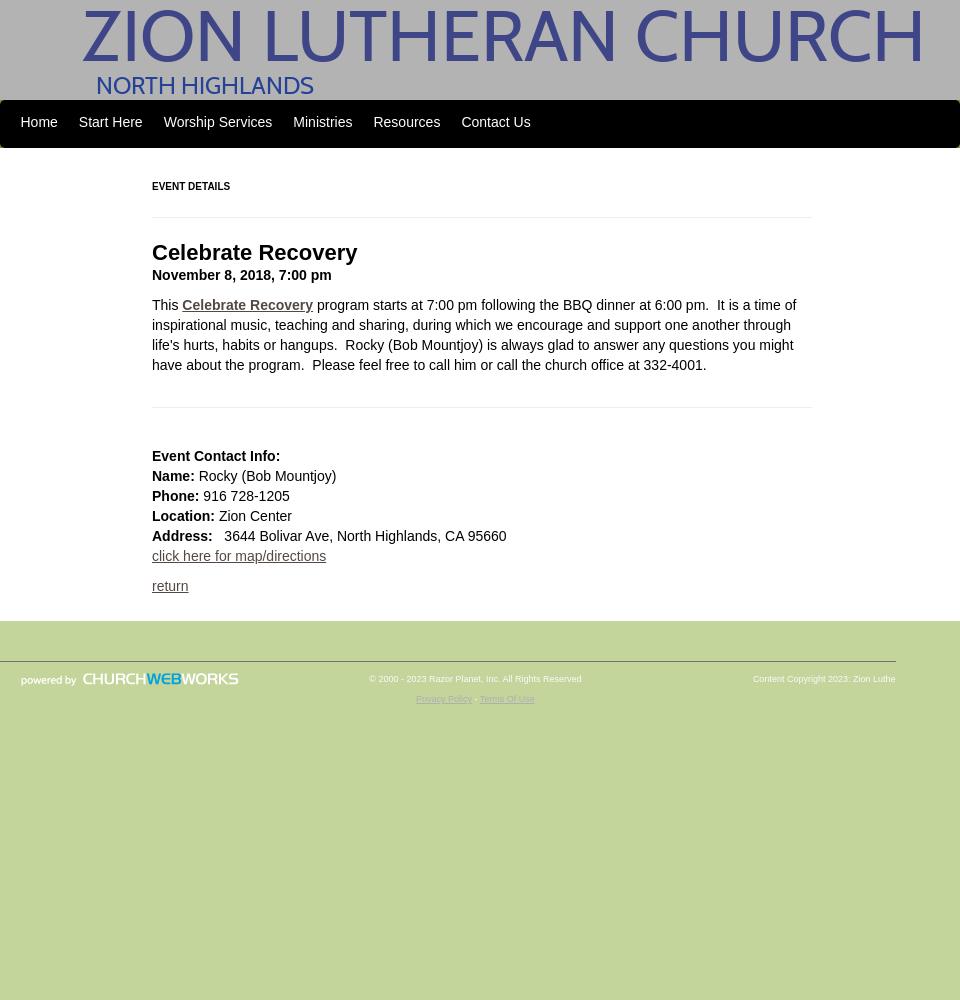 This screenshot has width=960, height=1000. Describe the element at coordinates (240, 275) in the screenshot. I see `'November 8, 2018, 7:00 pm'` at that location.